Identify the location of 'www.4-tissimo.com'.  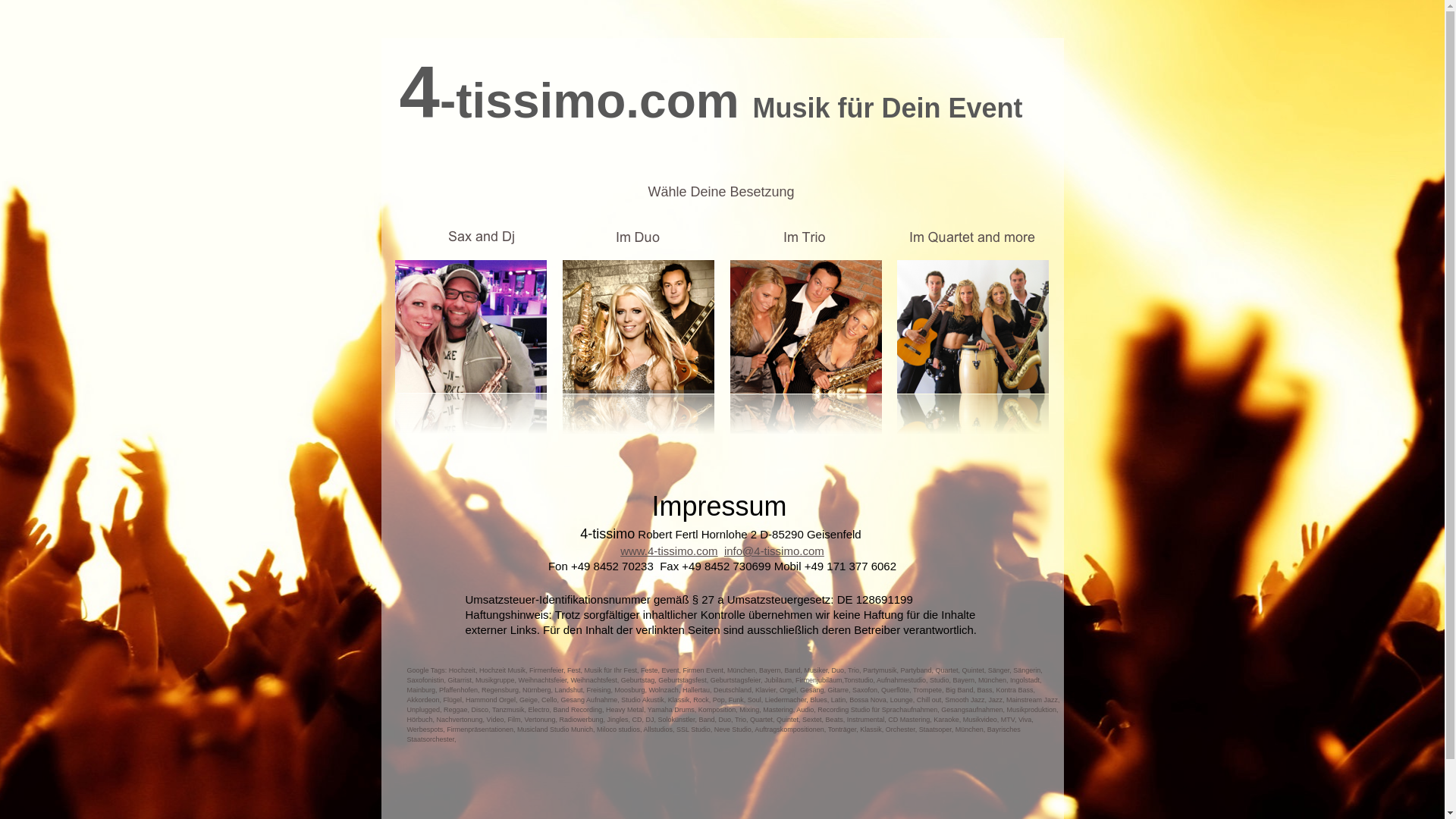
(668, 551).